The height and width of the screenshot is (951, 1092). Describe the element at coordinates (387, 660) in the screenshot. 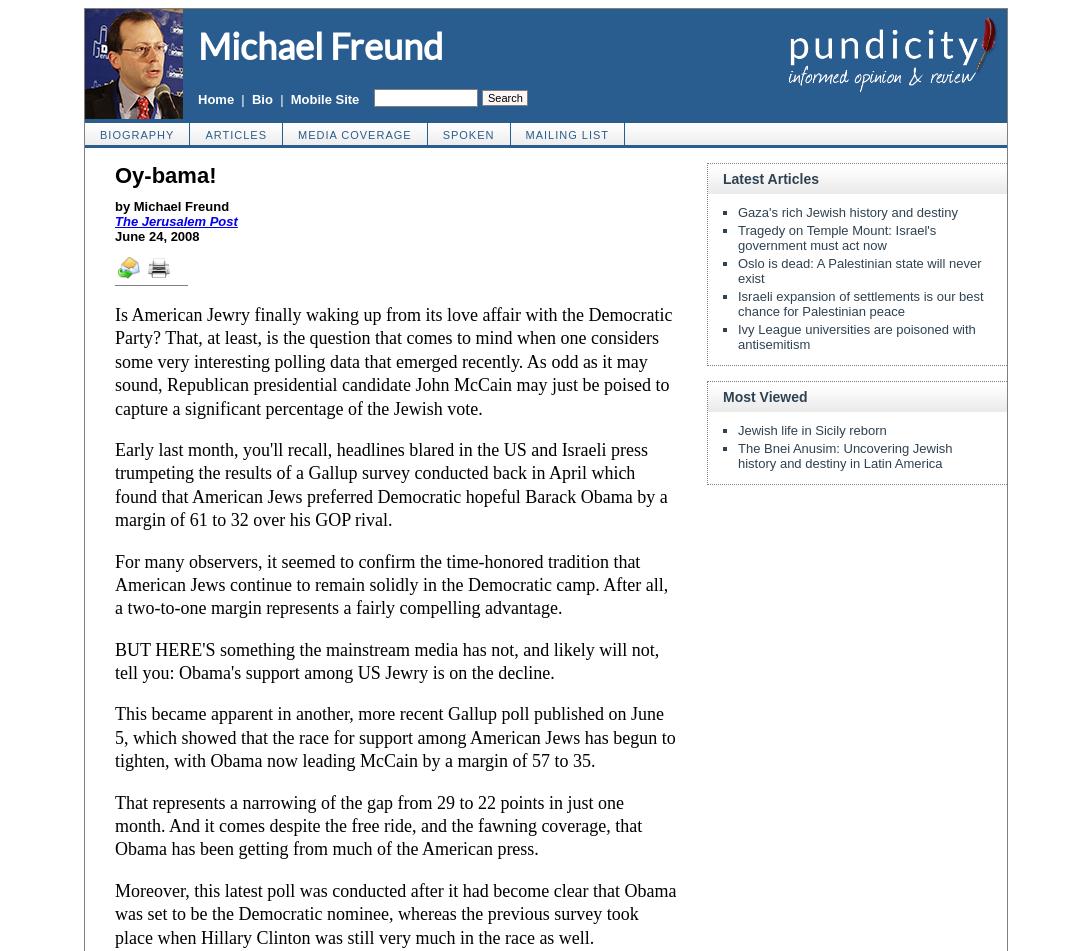

I see `'BUT HERE'S something the mainstream media has not, and likely will not, tell you: Obama's support among US Jewry is on the decline.'` at that location.